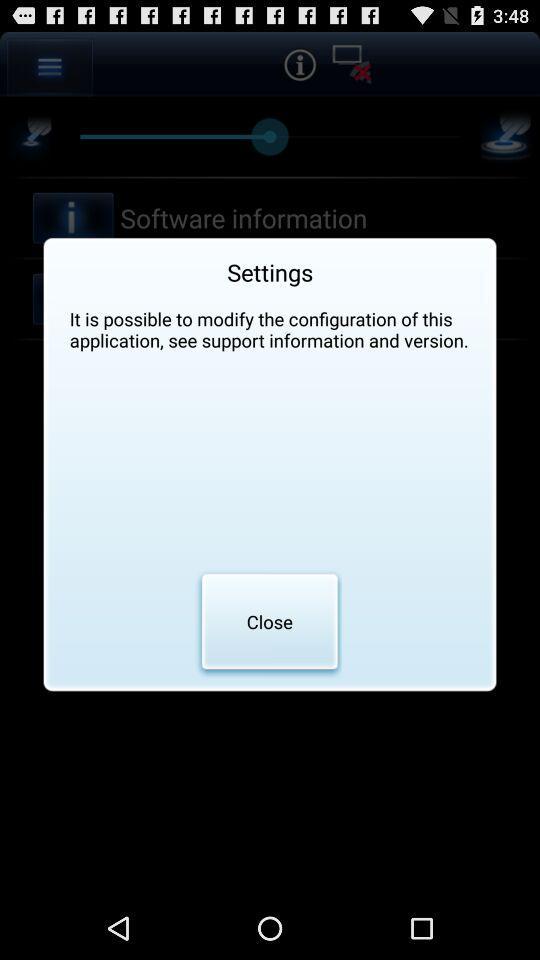 The image size is (540, 960). What do you see at coordinates (50, 71) in the screenshot?
I see `the menu icon` at bounding box center [50, 71].